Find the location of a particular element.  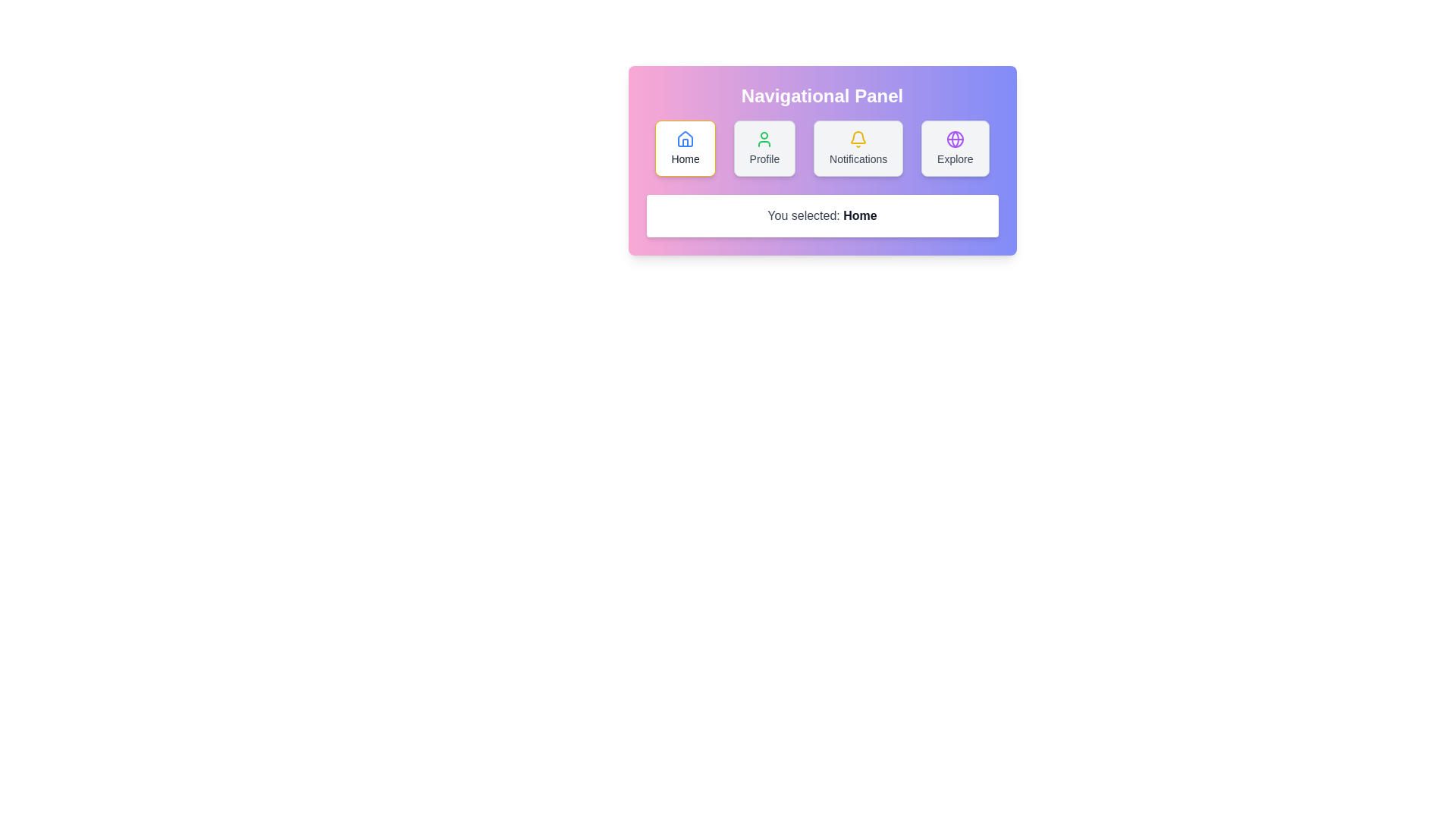

text of the notification label located centrally below the bell icon in the notification section of the panel is located at coordinates (858, 158).